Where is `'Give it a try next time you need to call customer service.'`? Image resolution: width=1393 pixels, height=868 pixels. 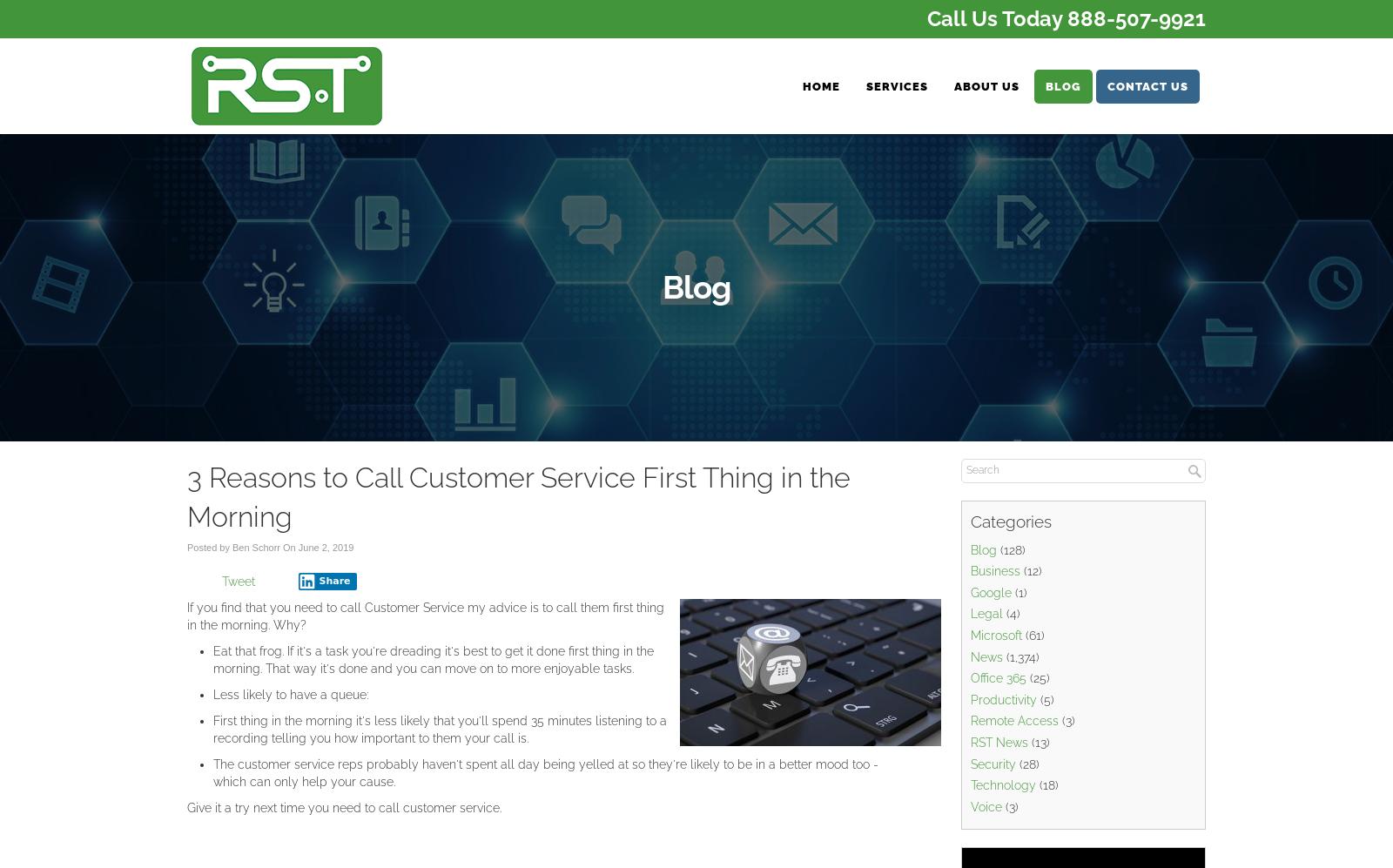 'Give it a try next time you need to call customer service.' is located at coordinates (344, 807).